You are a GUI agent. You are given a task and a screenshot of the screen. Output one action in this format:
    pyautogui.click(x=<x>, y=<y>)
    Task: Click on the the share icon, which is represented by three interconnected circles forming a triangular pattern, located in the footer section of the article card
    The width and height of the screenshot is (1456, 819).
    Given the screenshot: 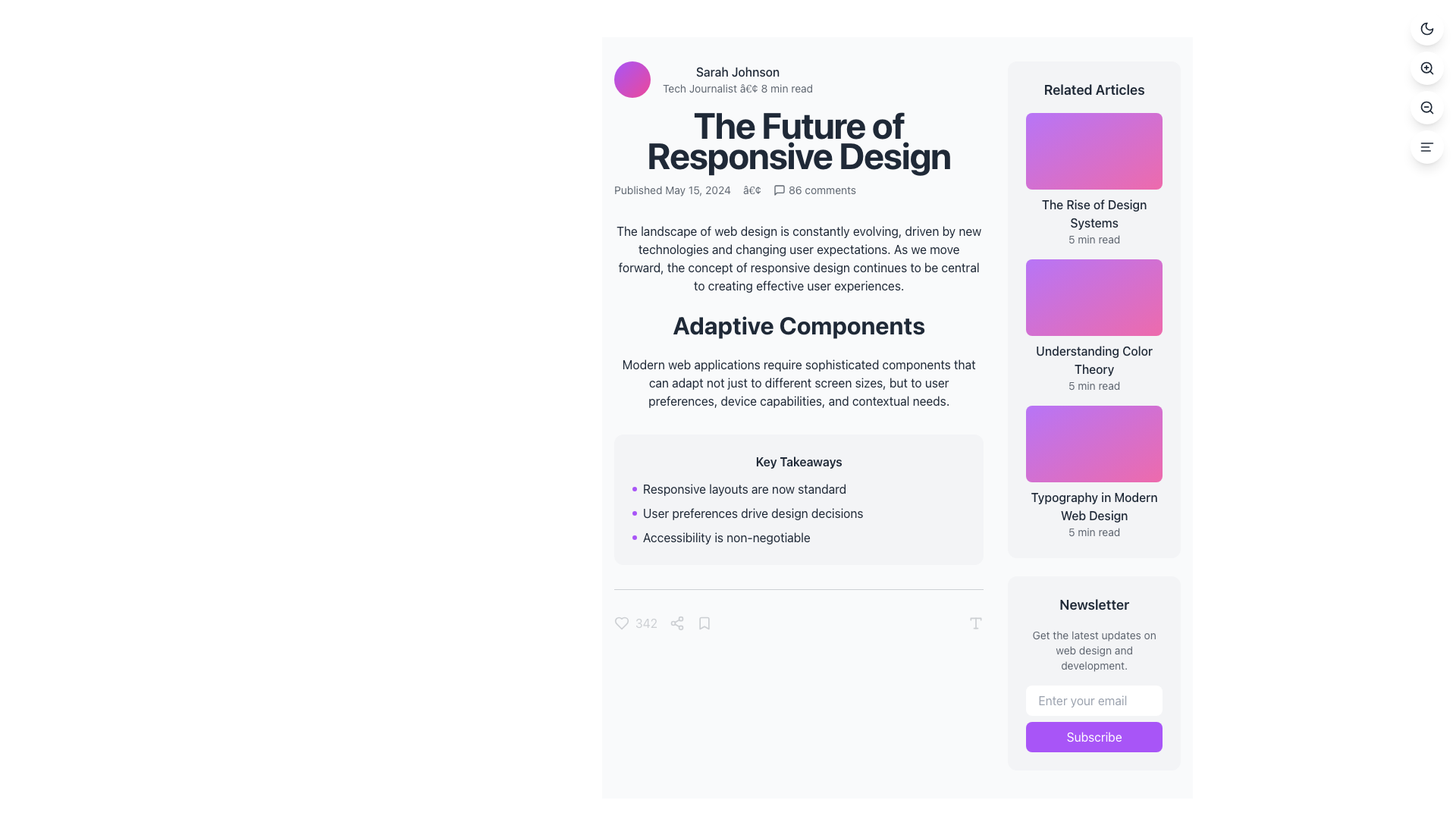 What is the action you would take?
    pyautogui.click(x=676, y=623)
    